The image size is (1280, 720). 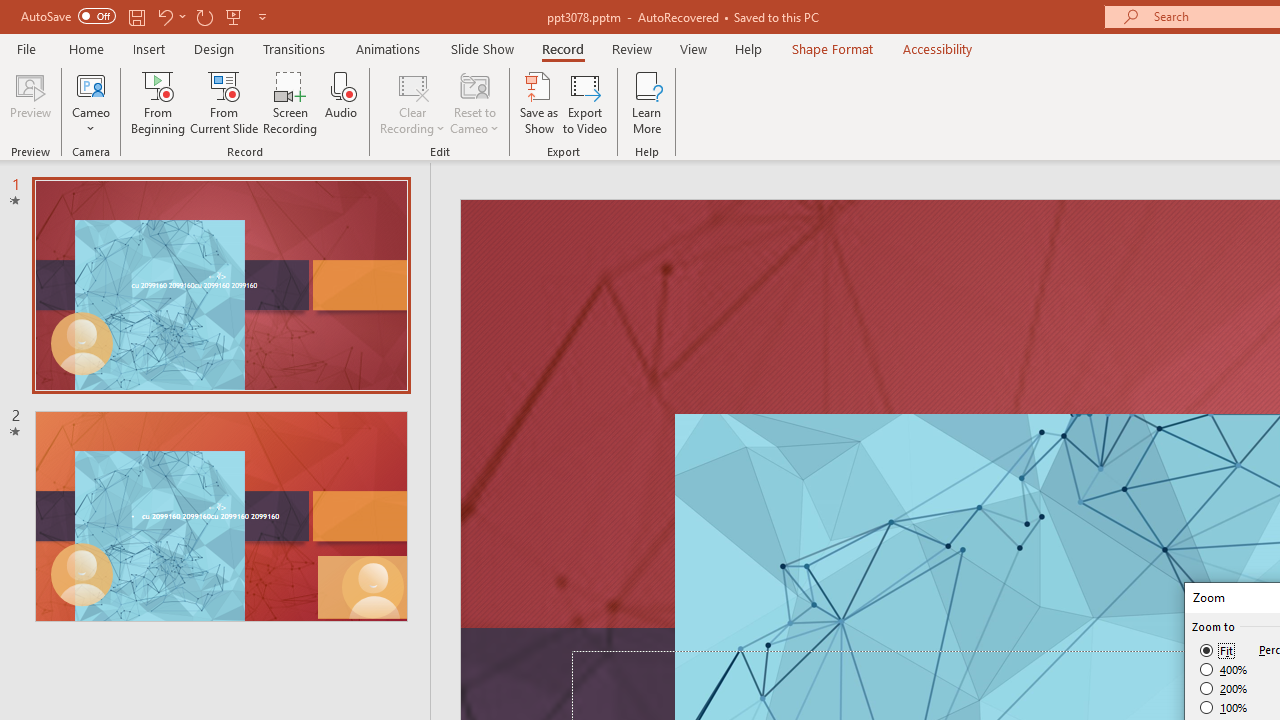 I want to click on 'Audio', so click(x=341, y=103).